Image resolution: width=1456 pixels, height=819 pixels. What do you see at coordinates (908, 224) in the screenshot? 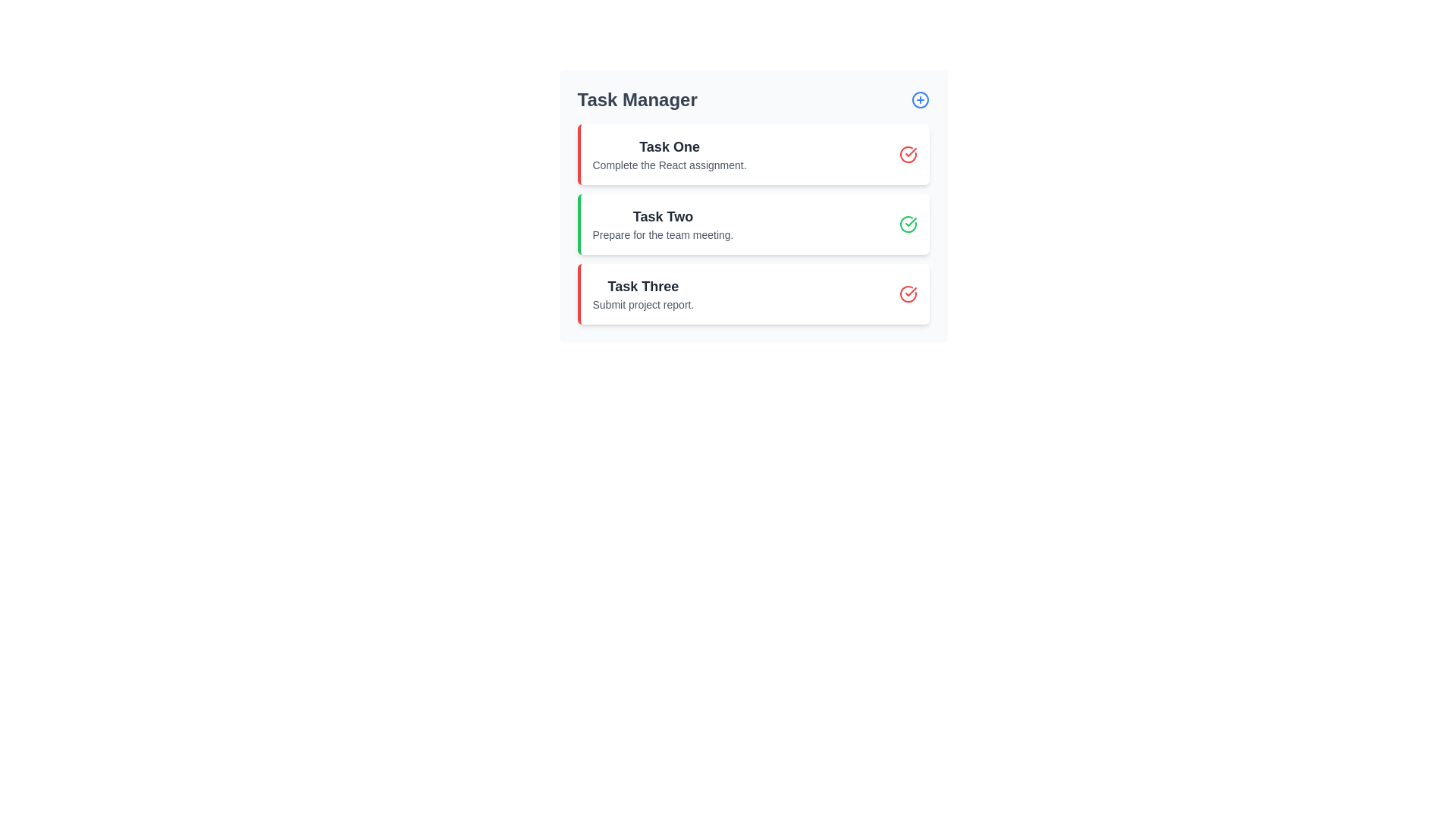
I see `the circular checkmark icon with a green border, associated with the text 'Task Two - Prepare for the team meeting.', to mark the task as complete` at bounding box center [908, 224].